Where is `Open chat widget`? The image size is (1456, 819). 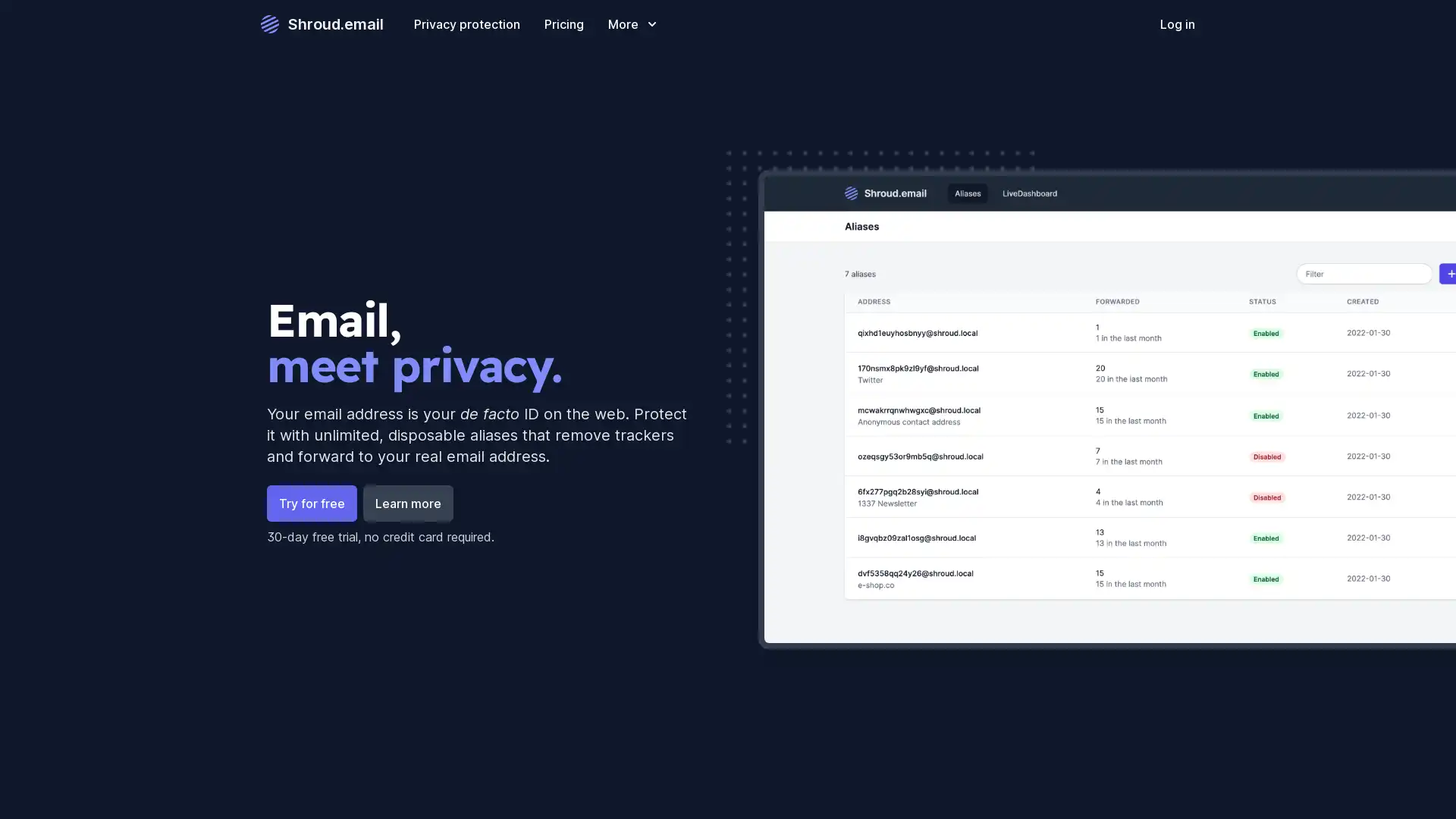
Open chat widget is located at coordinates (1421, 784).